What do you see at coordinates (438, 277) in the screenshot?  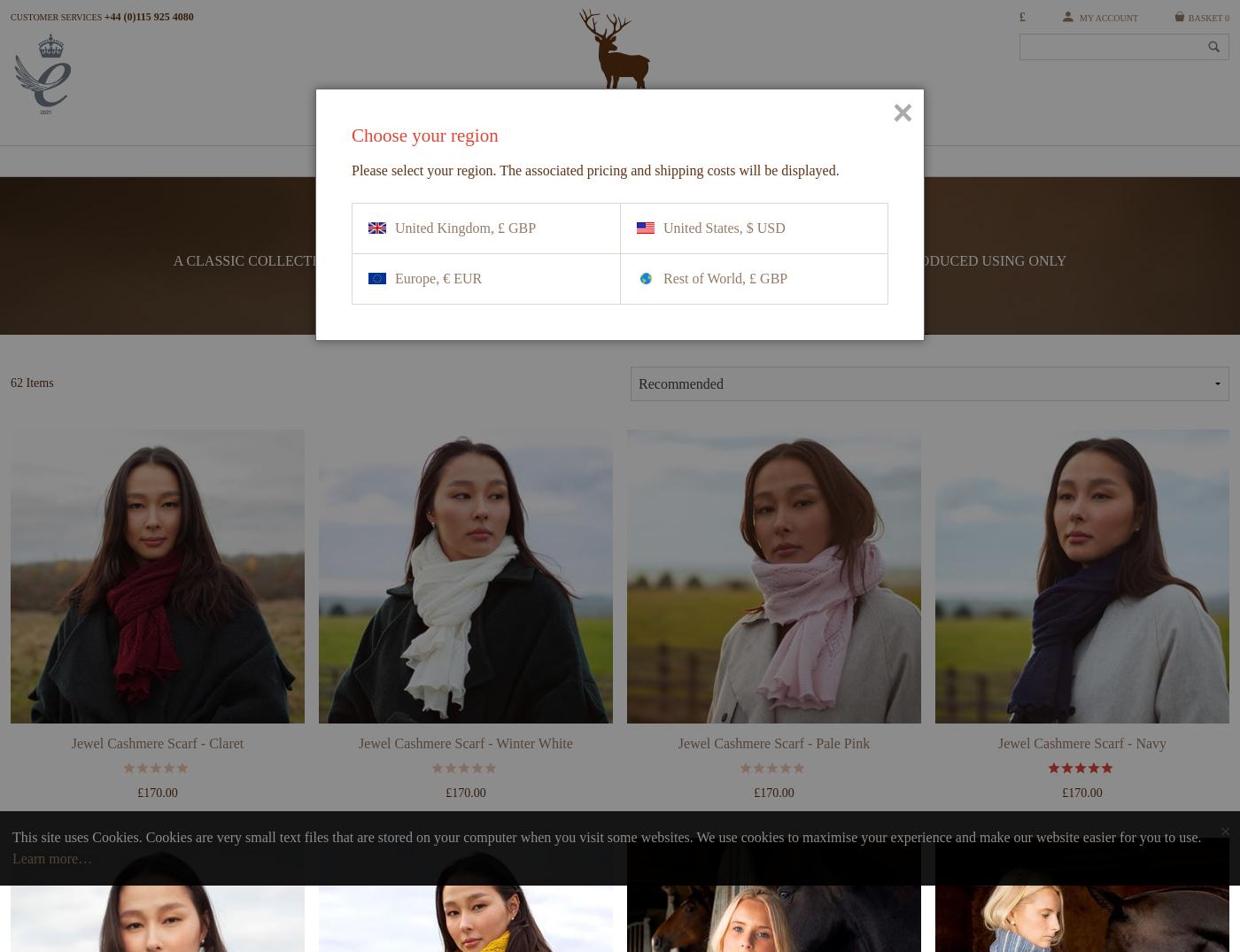 I see `'Europe, € EUR'` at bounding box center [438, 277].